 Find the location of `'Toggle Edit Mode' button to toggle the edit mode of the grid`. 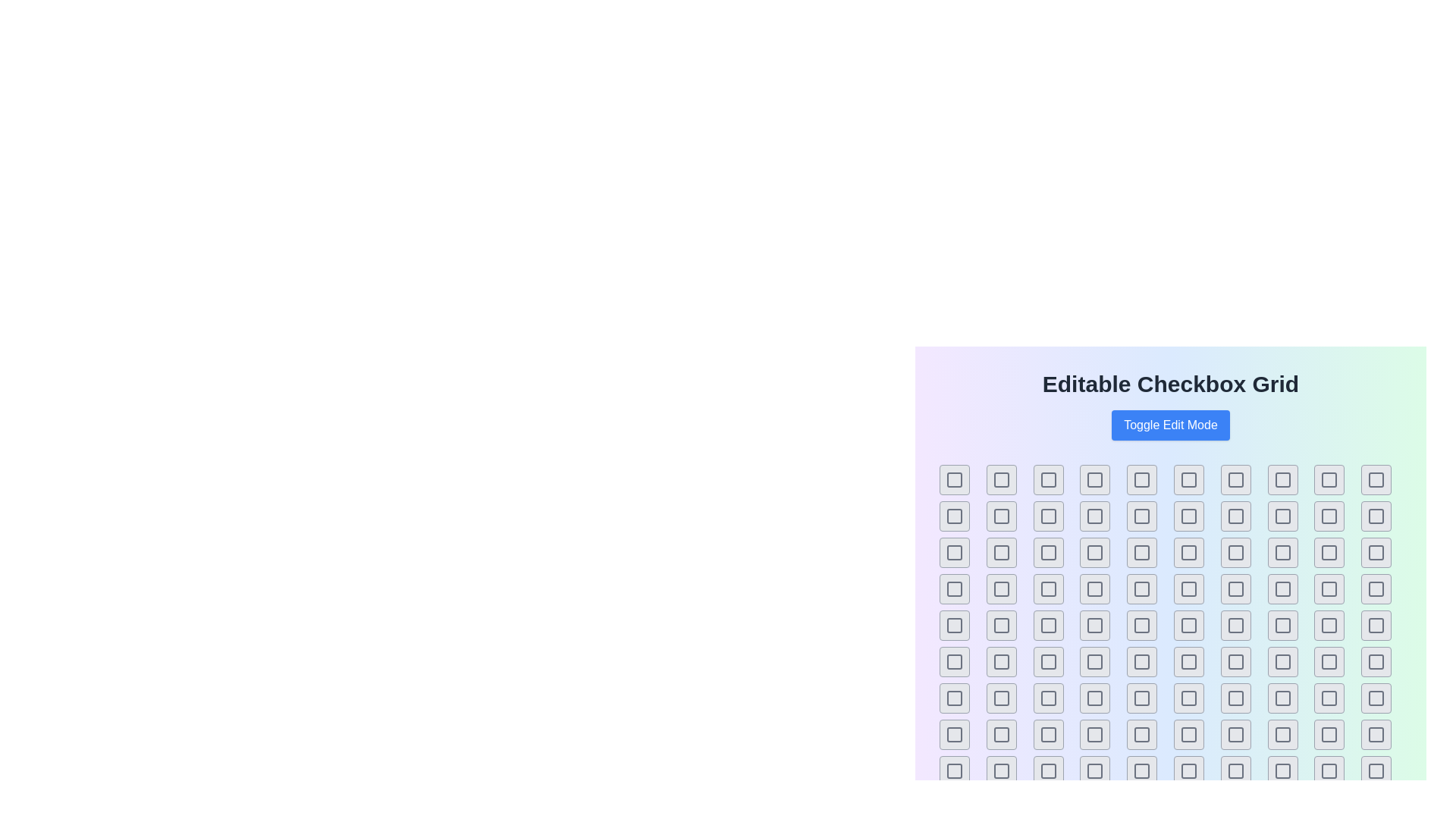

'Toggle Edit Mode' button to toggle the edit mode of the grid is located at coordinates (1170, 425).